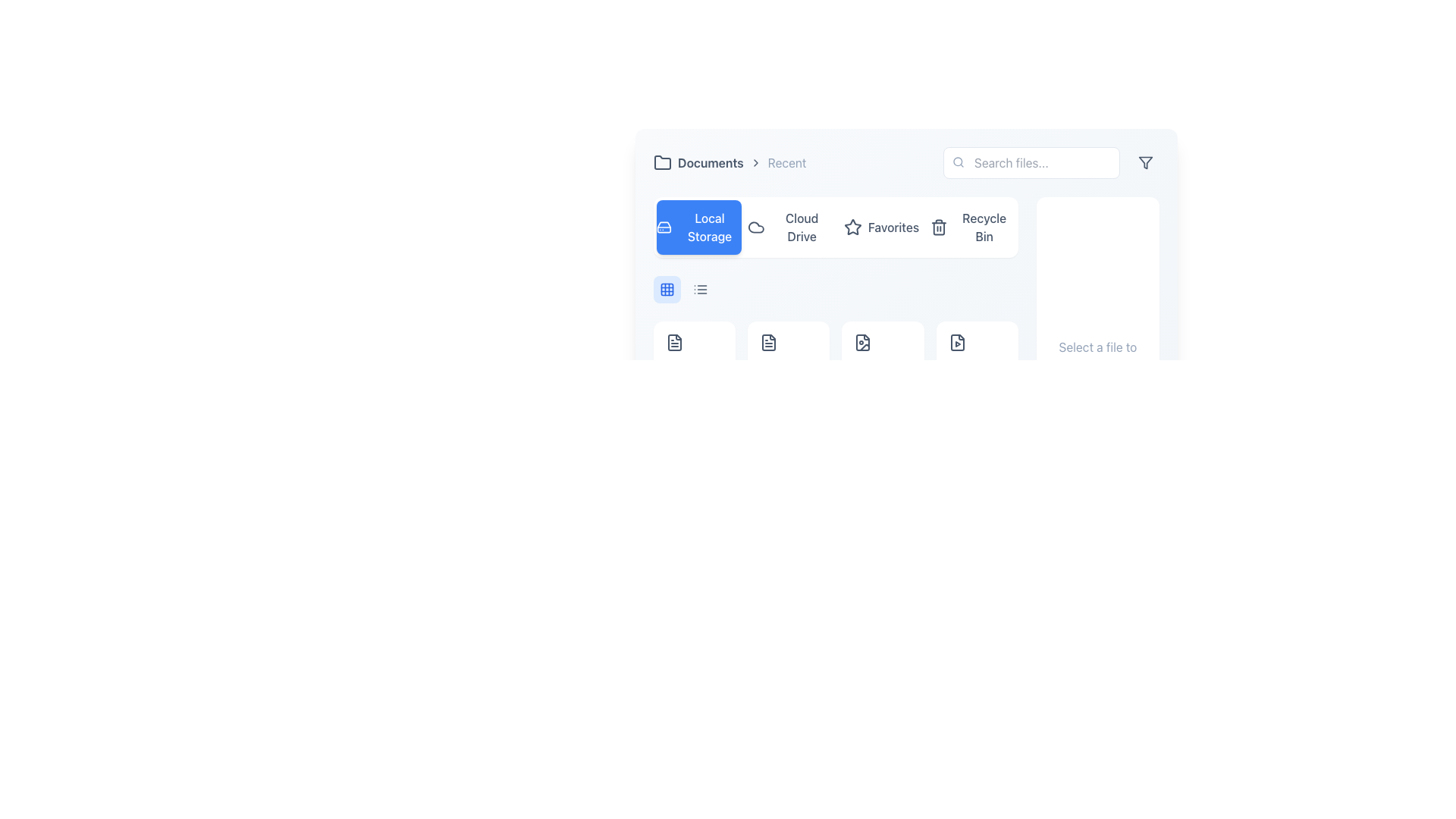  Describe the element at coordinates (956, 342) in the screenshot. I see `the video file icon located` at that location.